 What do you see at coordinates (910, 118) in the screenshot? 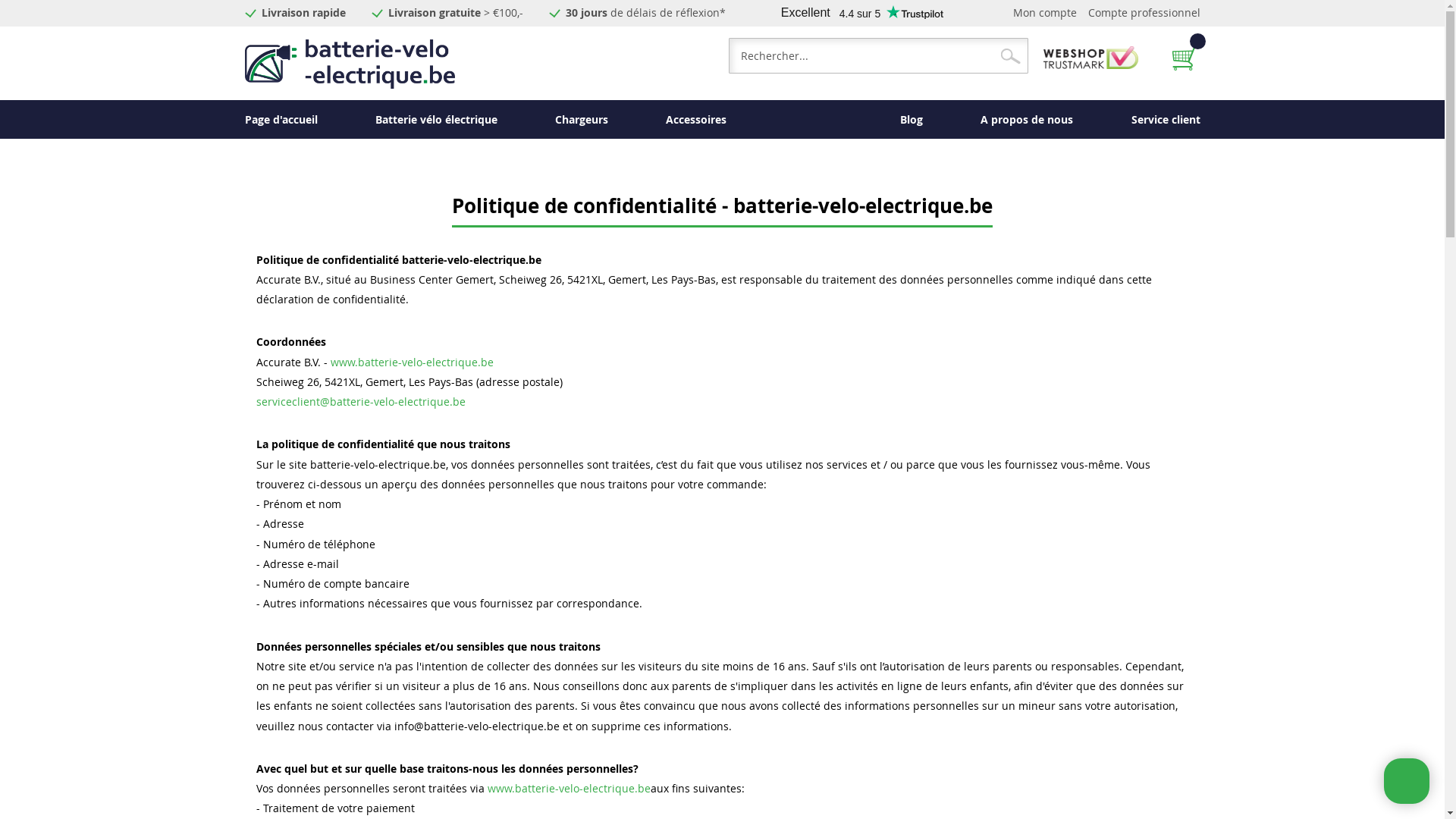
I see `'Blog'` at bounding box center [910, 118].